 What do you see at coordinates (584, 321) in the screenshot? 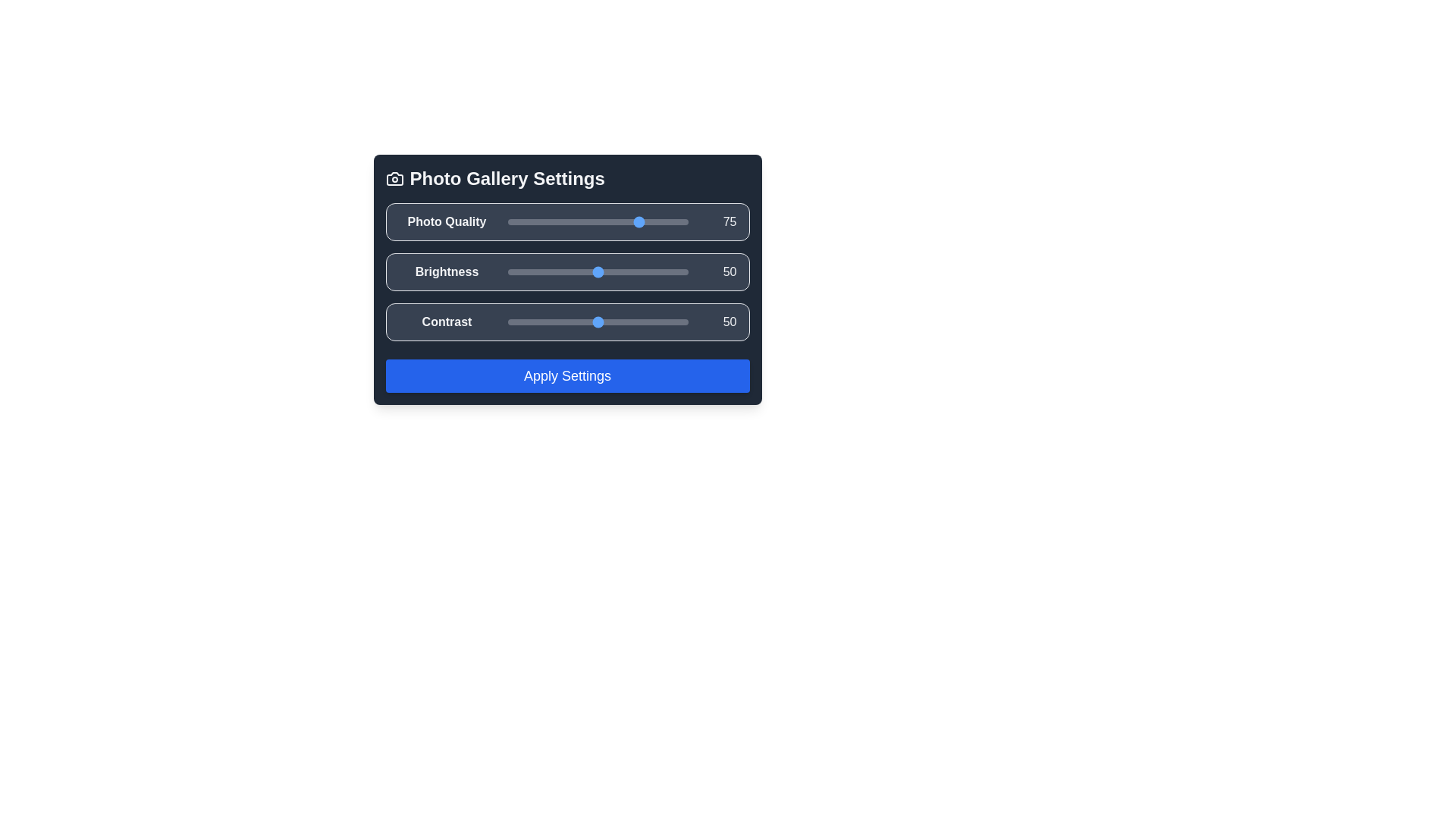
I see `the contrast` at bounding box center [584, 321].